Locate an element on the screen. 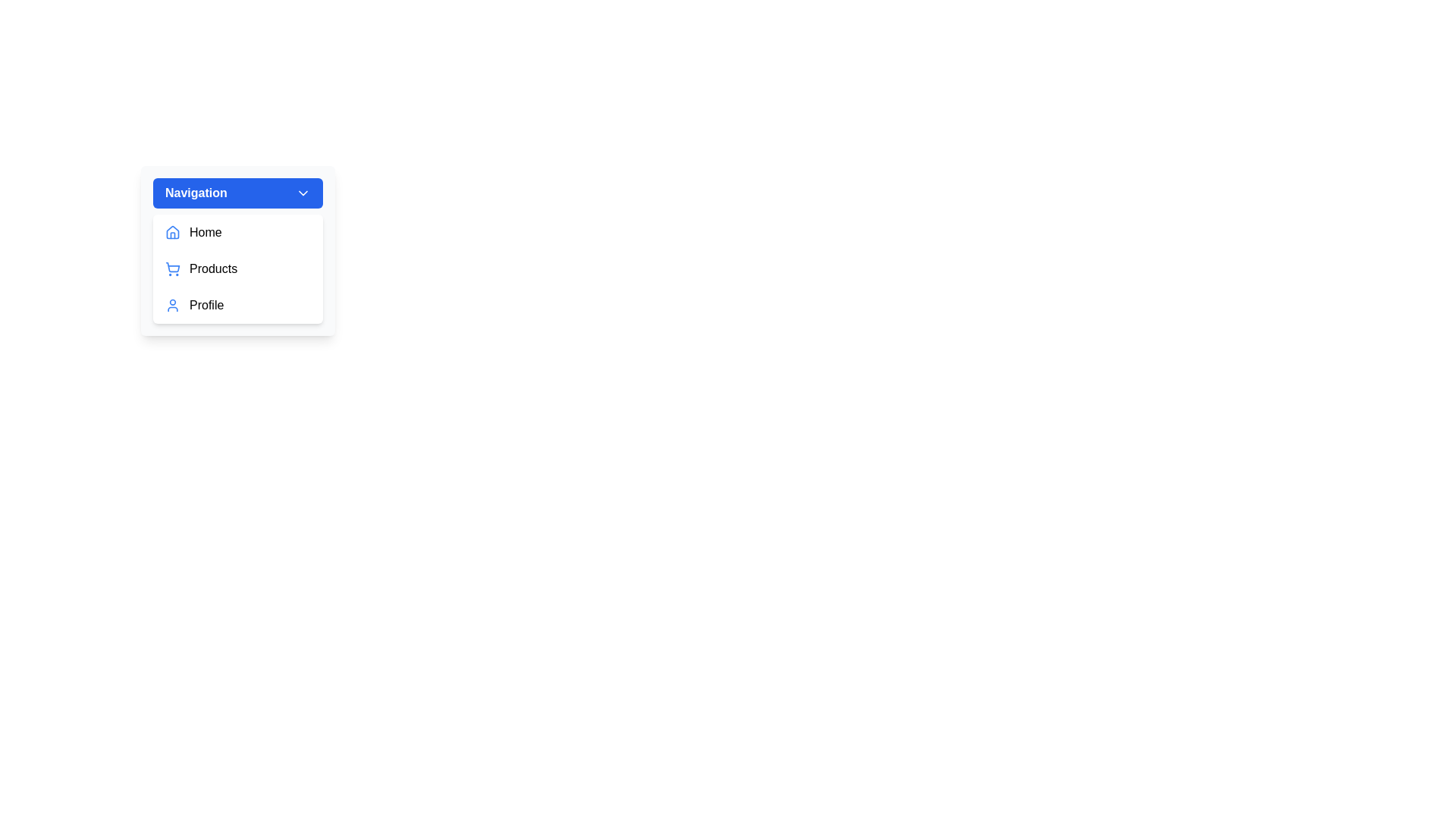 This screenshot has height=819, width=1456. the menu item Profile is located at coordinates (237, 305).